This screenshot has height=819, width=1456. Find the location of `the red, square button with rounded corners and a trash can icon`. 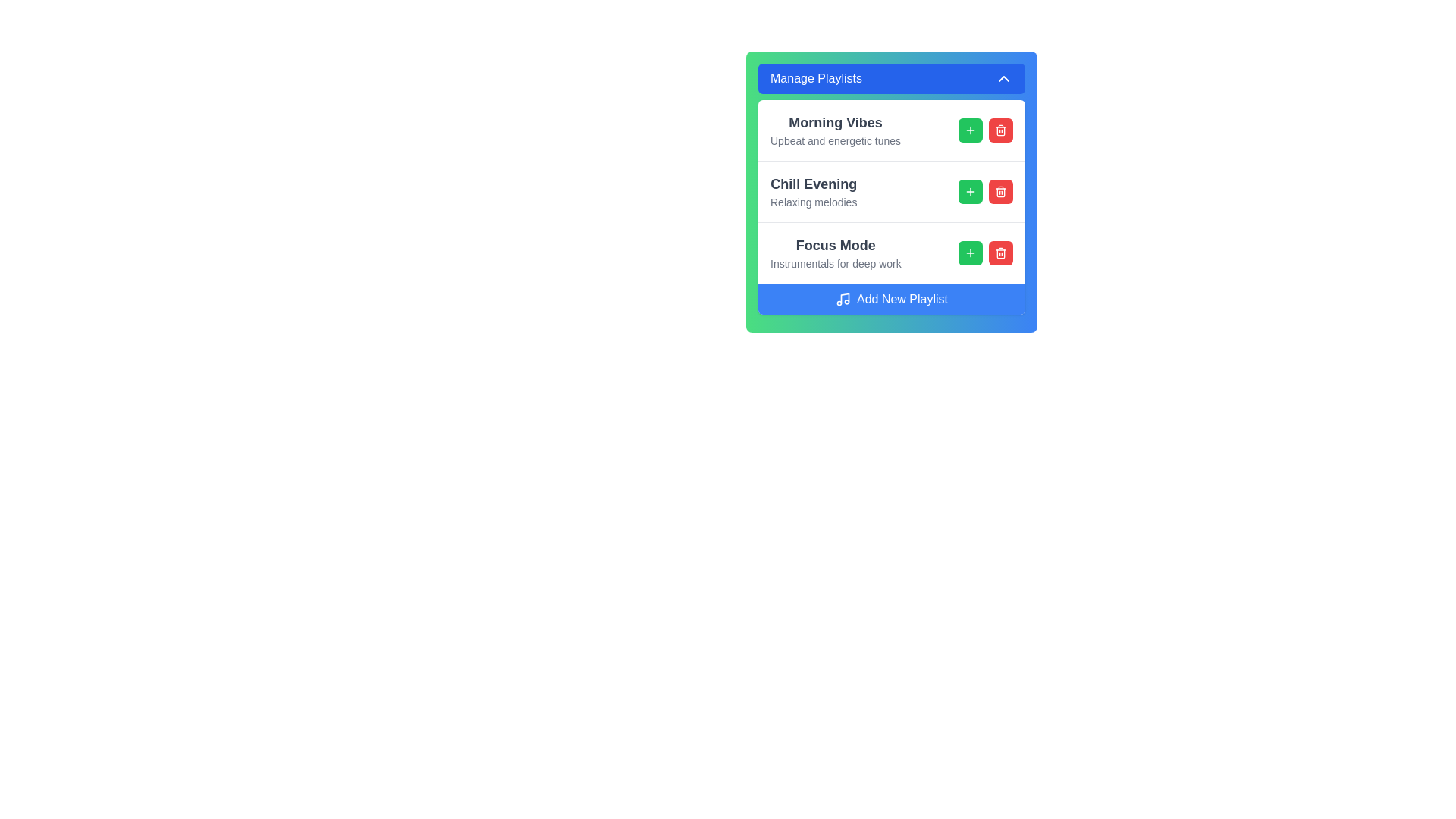

the red, square button with rounded corners and a trash can icon is located at coordinates (1001, 253).